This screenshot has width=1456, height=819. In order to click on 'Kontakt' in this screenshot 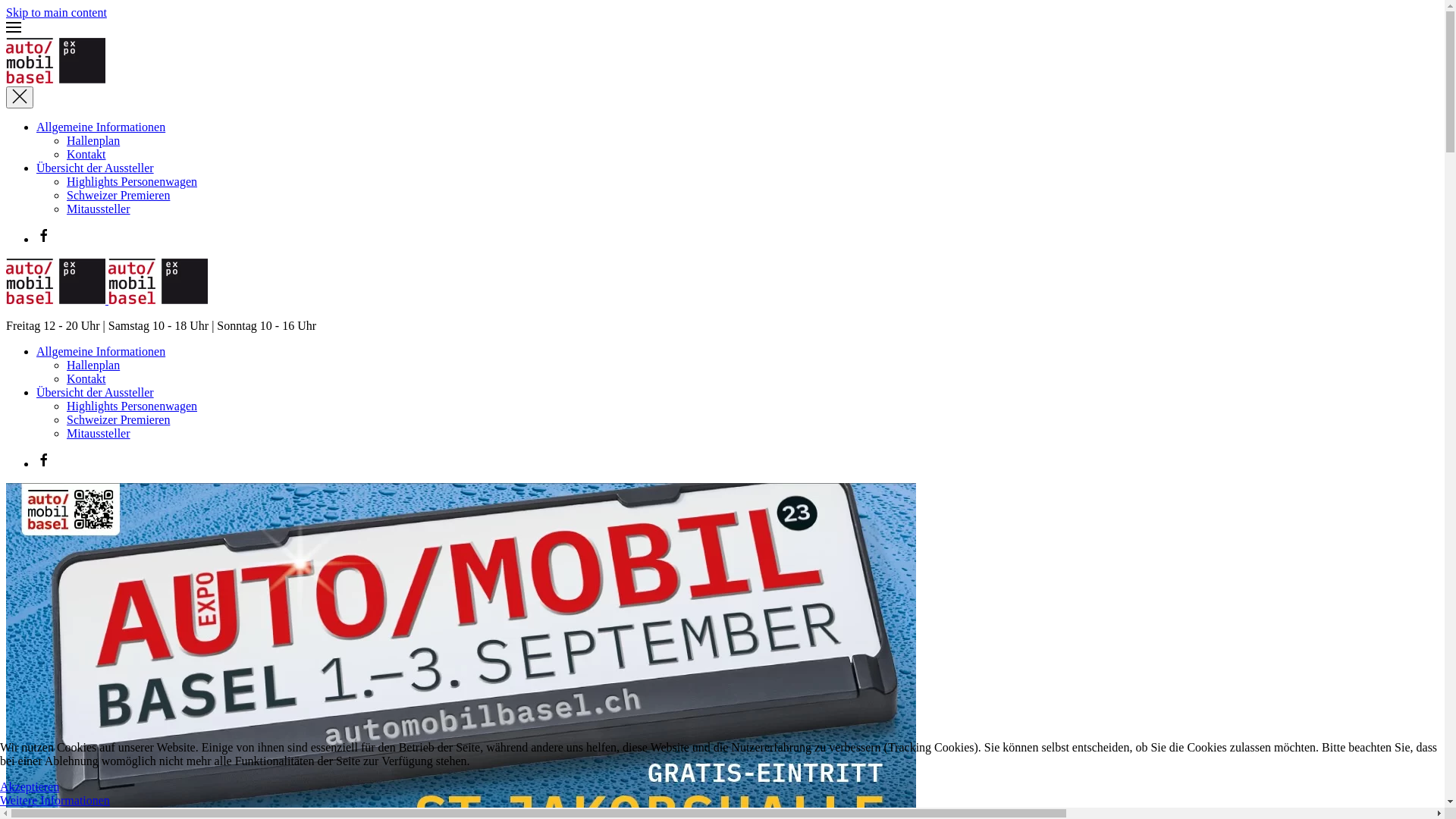, I will do `click(86, 154)`.